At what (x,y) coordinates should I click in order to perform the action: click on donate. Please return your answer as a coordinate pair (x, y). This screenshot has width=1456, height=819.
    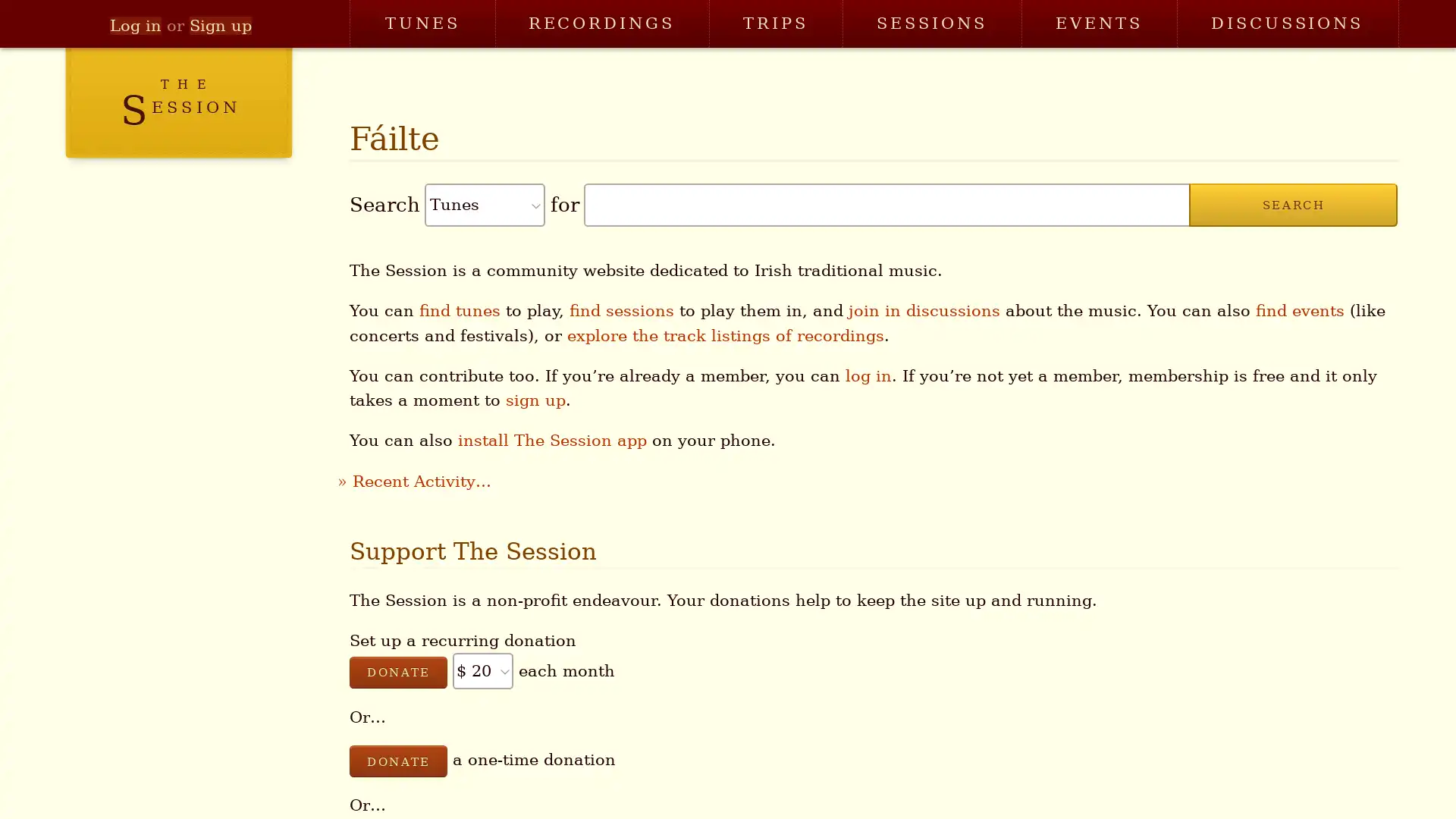
    Looking at the image, I should click on (397, 761).